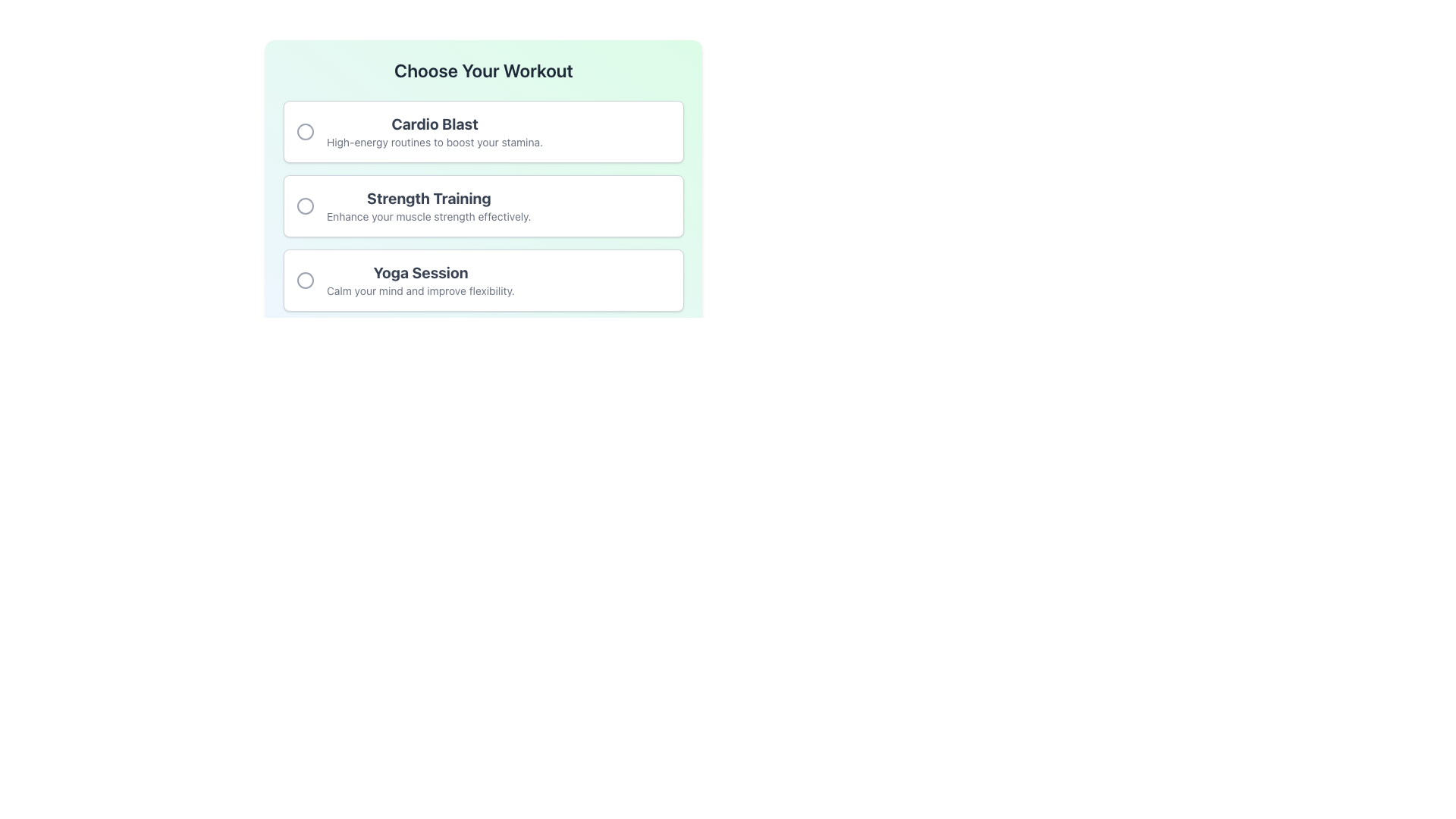 This screenshot has width=1456, height=819. Describe the element at coordinates (305, 130) in the screenshot. I see `the circular outline of the Radio button indicator for the 'Cardio Blast' option to trigger any highlighting effects` at that location.